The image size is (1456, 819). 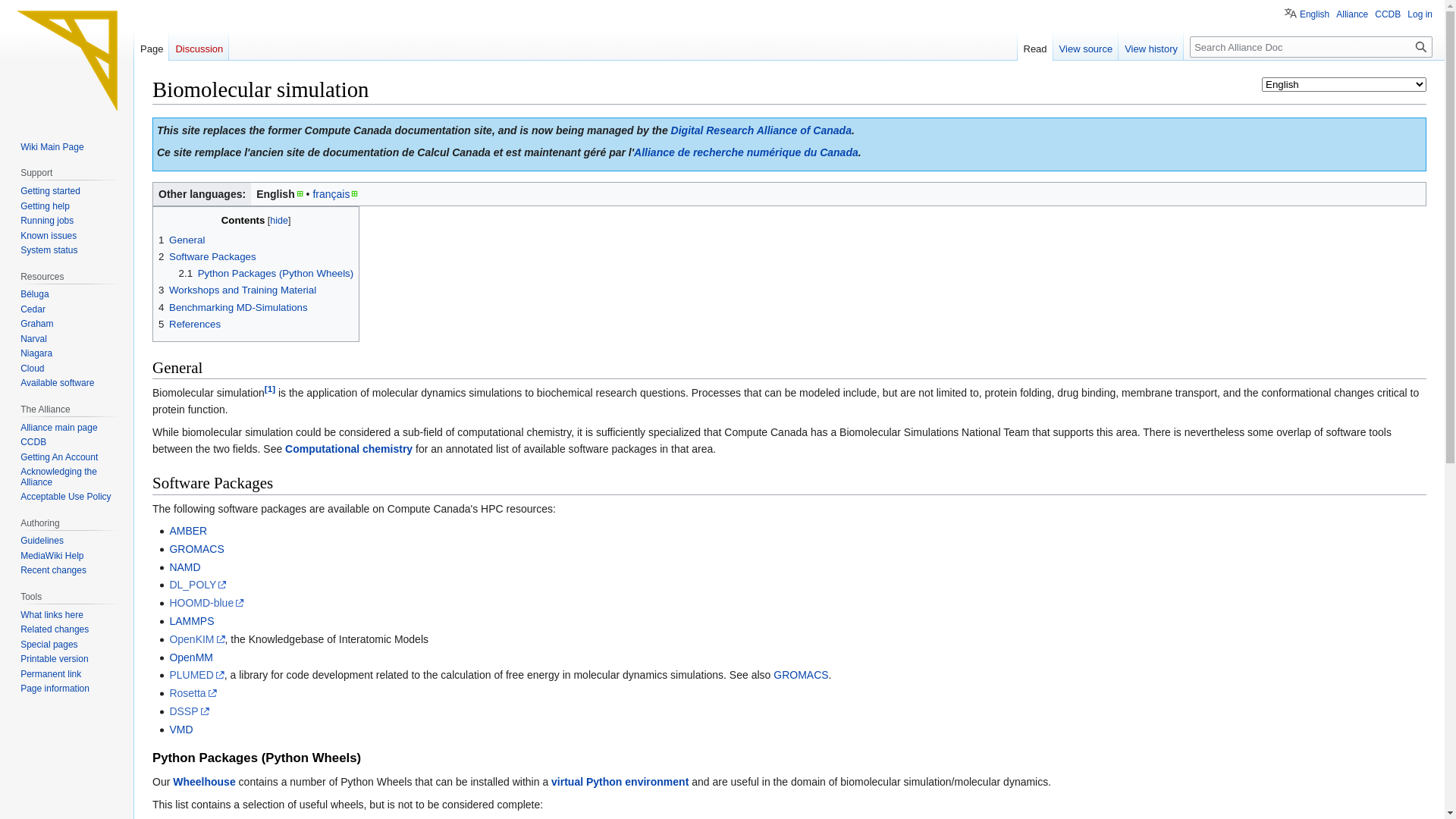 What do you see at coordinates (190, 620) in the screenshot?
I see `'LAMMPS'` at bounding box center [190, 620].